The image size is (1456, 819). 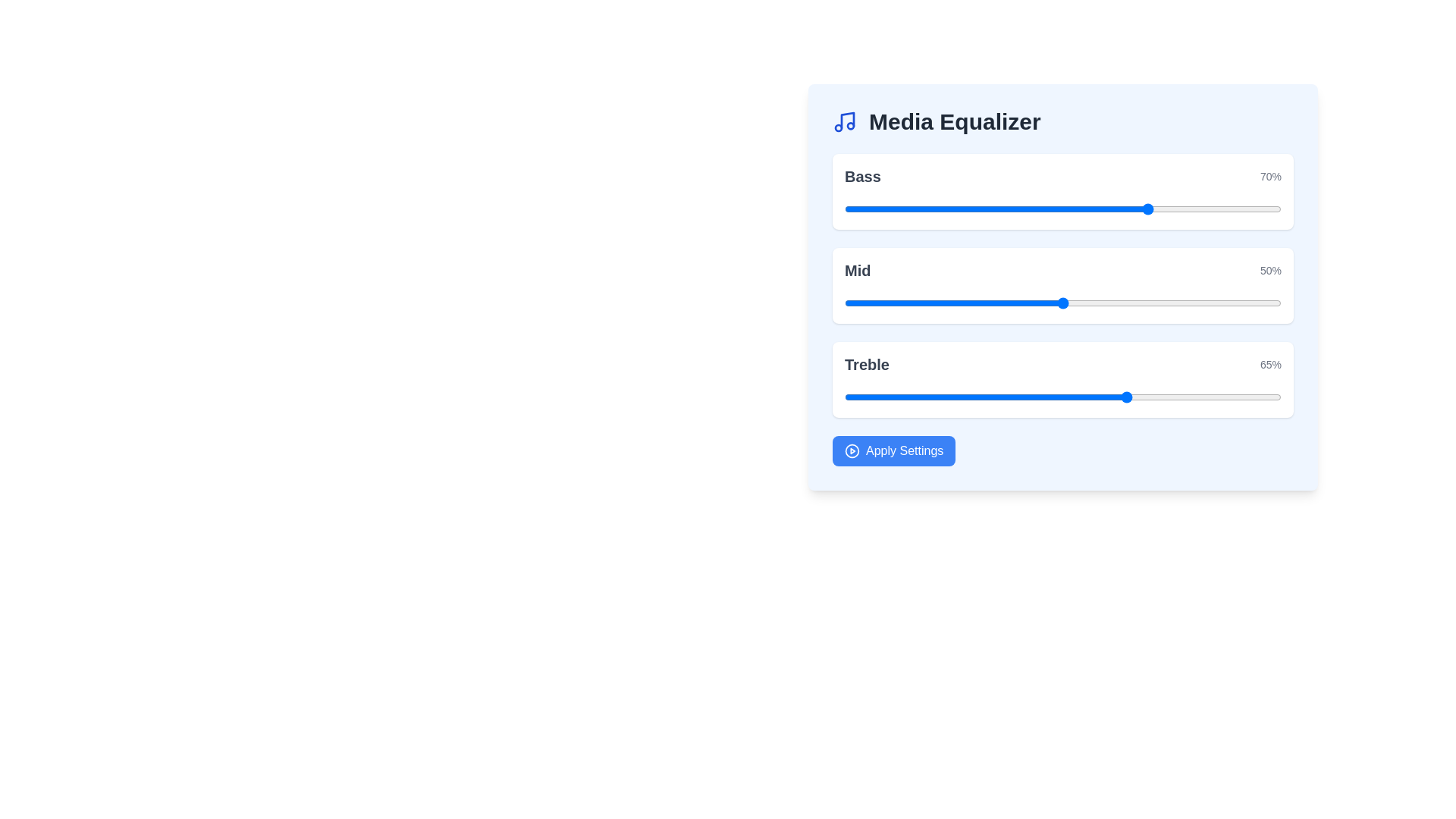 I want to click on treble, so click(x=1255, y=397).